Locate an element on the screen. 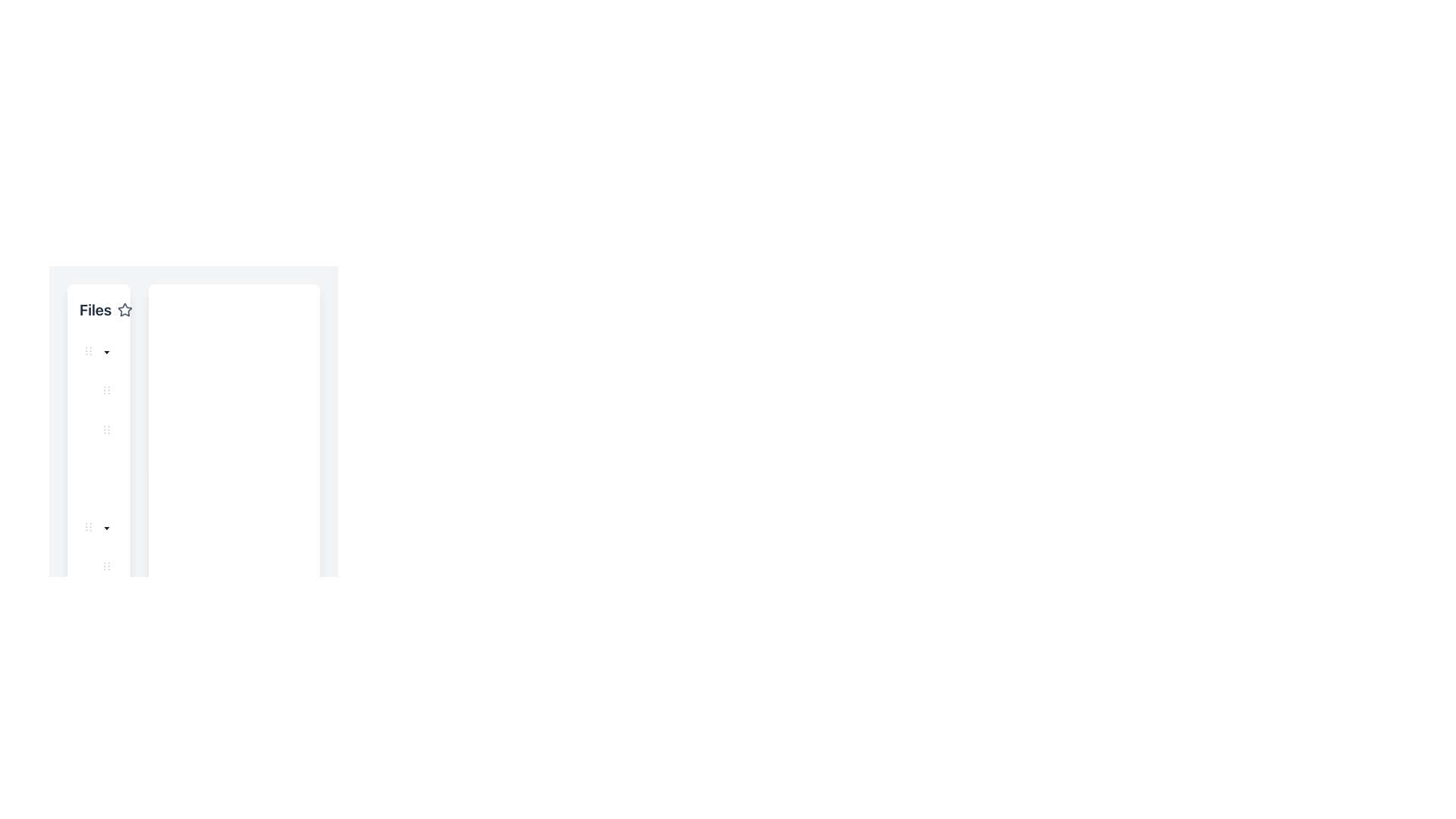 Image resolution: width=1456 pixels, height=819 pixels. the star icon located is located at coordinates (124, 309).